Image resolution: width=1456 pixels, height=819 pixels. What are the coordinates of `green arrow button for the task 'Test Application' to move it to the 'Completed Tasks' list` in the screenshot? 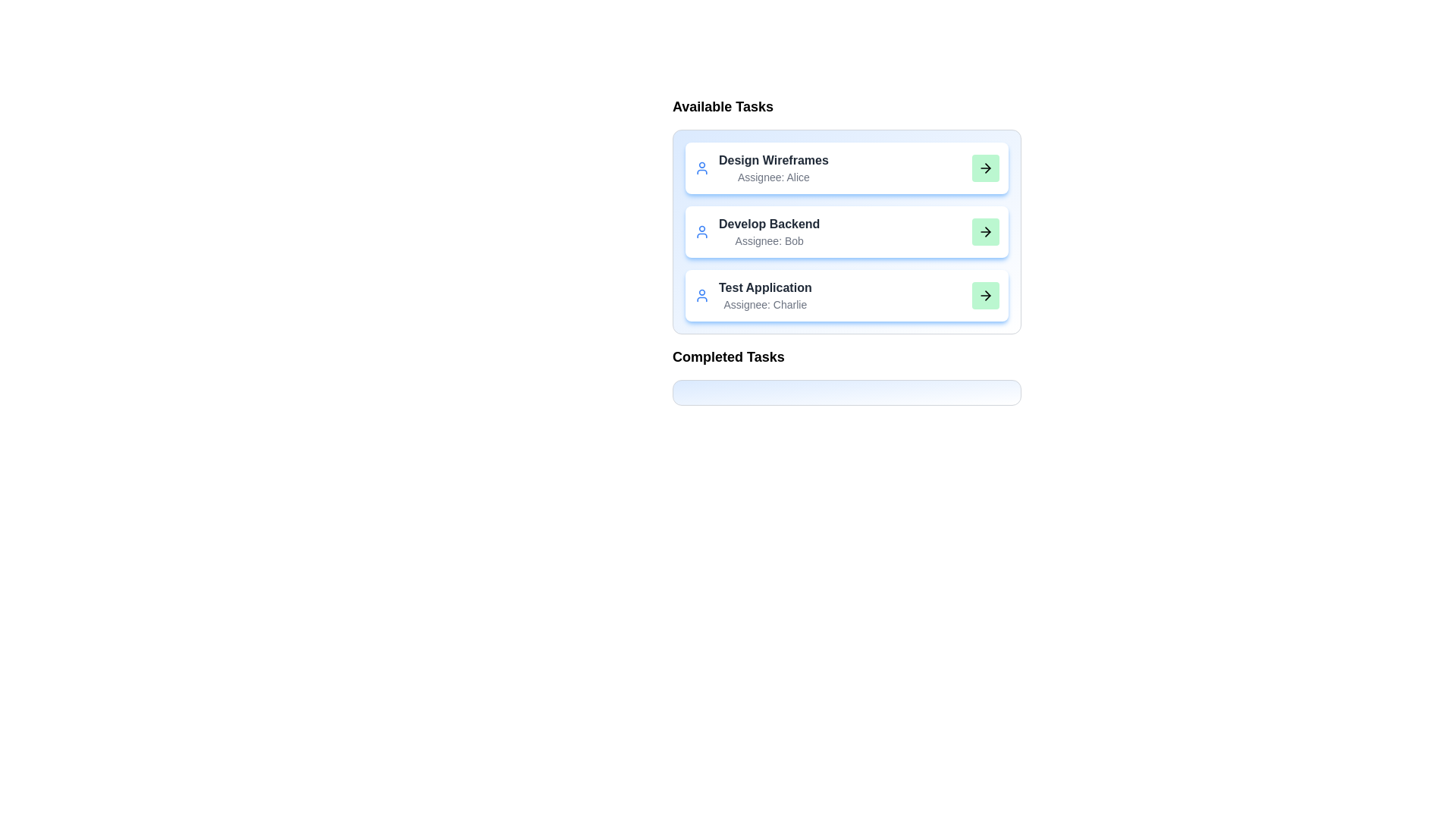 It's located at (986, 295).